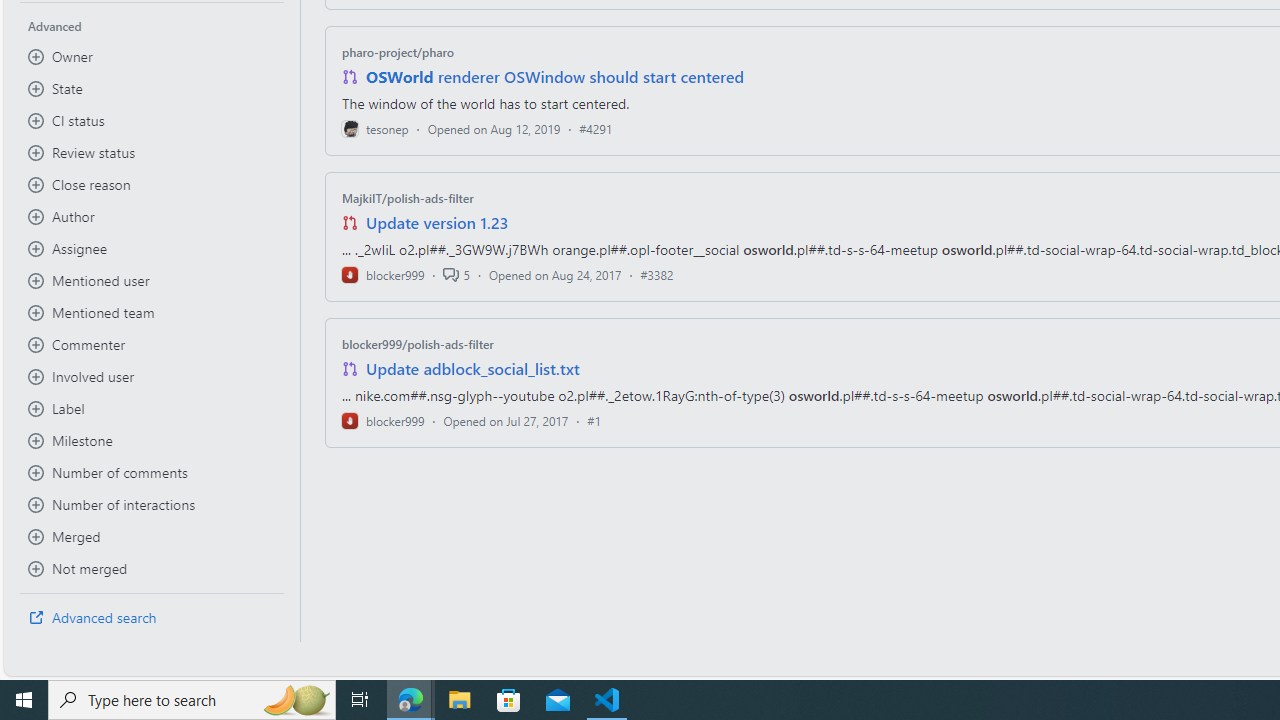  Describe the element at coordinates (151, 617) in the screenshot. I see `'Advanced search'` at that location.